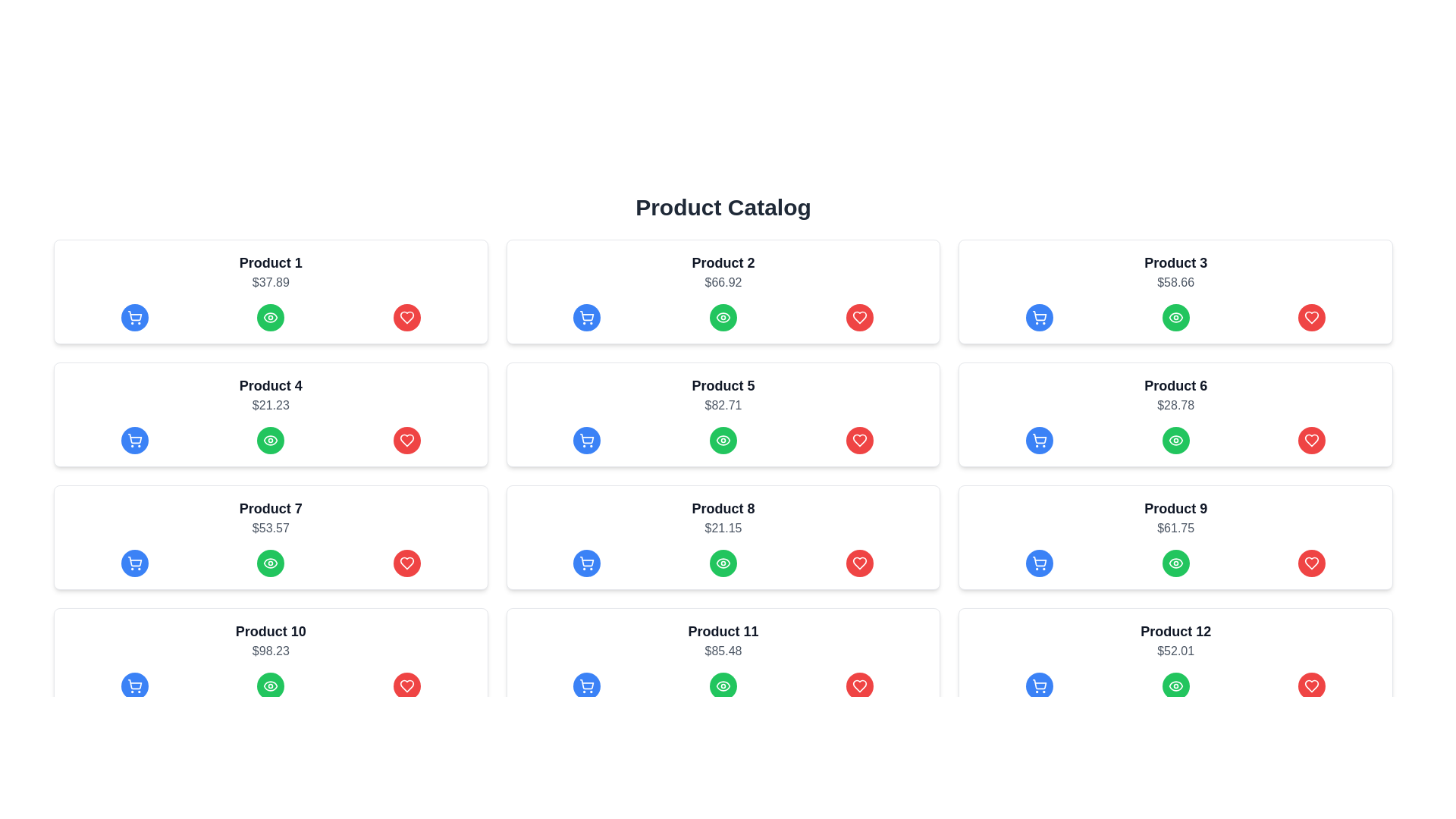 The image size is (1456, 819). Describe the element at coordinates (406, 563) in the screenshot. I see `the heart icon located at the bottom-right corner of the 'Product 7' card for advanced interactions` at that location.